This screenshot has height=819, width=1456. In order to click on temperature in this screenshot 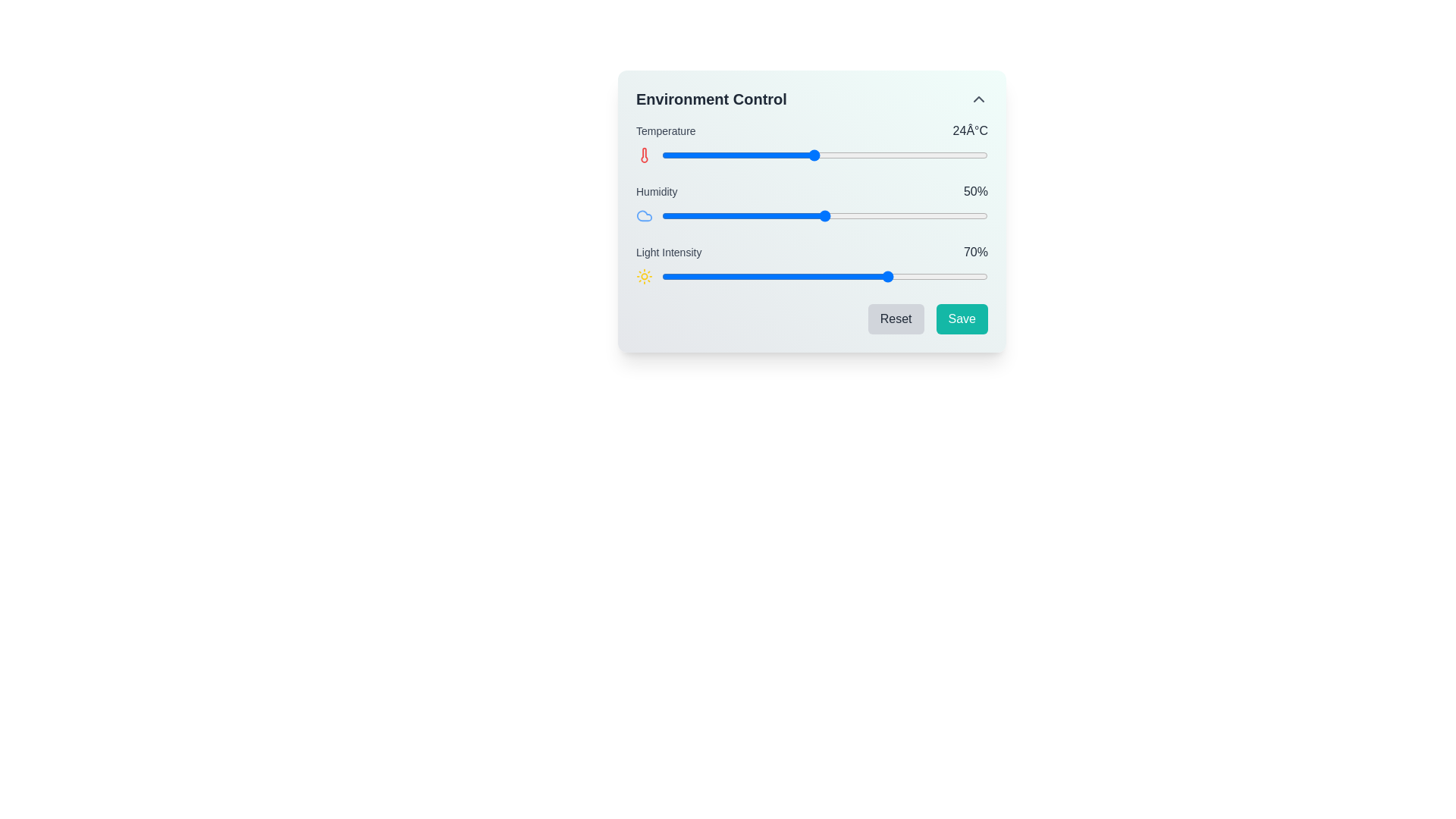, I will do `click(662, 155)`.